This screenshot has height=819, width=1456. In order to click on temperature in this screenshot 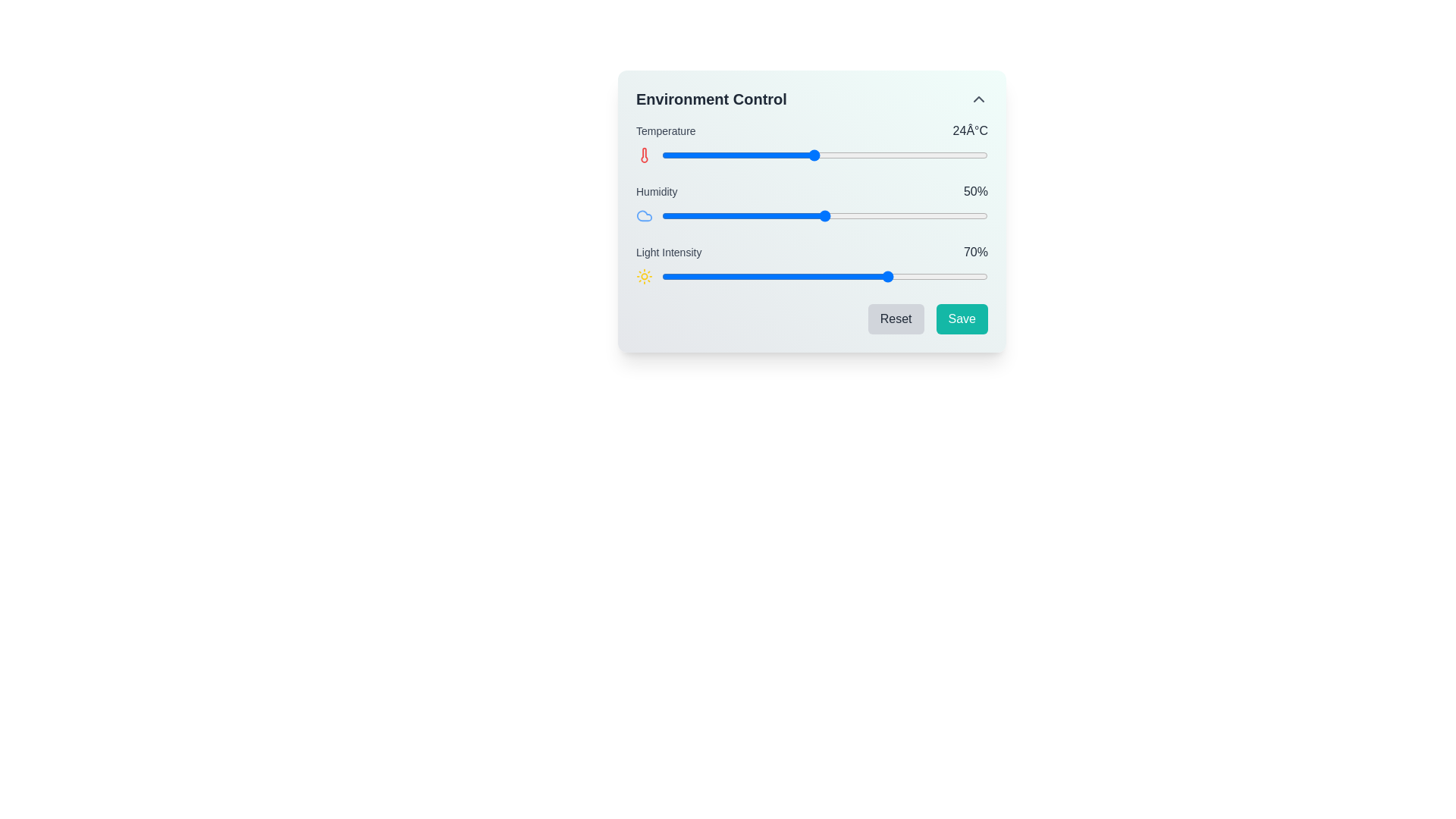, I will do `click(662, 155)`.